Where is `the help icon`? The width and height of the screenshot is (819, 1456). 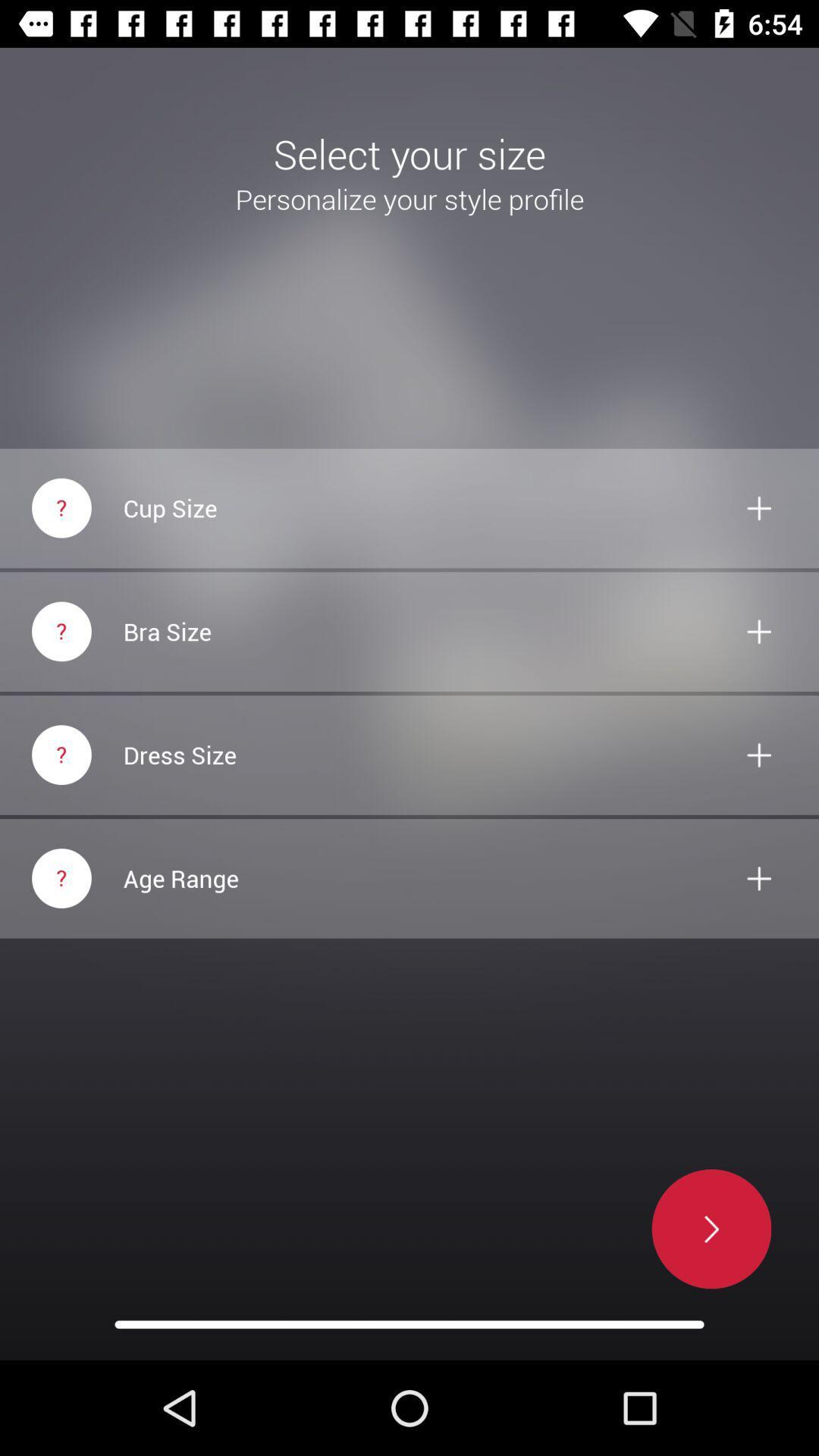
the help icon is located at coordinates (61, 878).